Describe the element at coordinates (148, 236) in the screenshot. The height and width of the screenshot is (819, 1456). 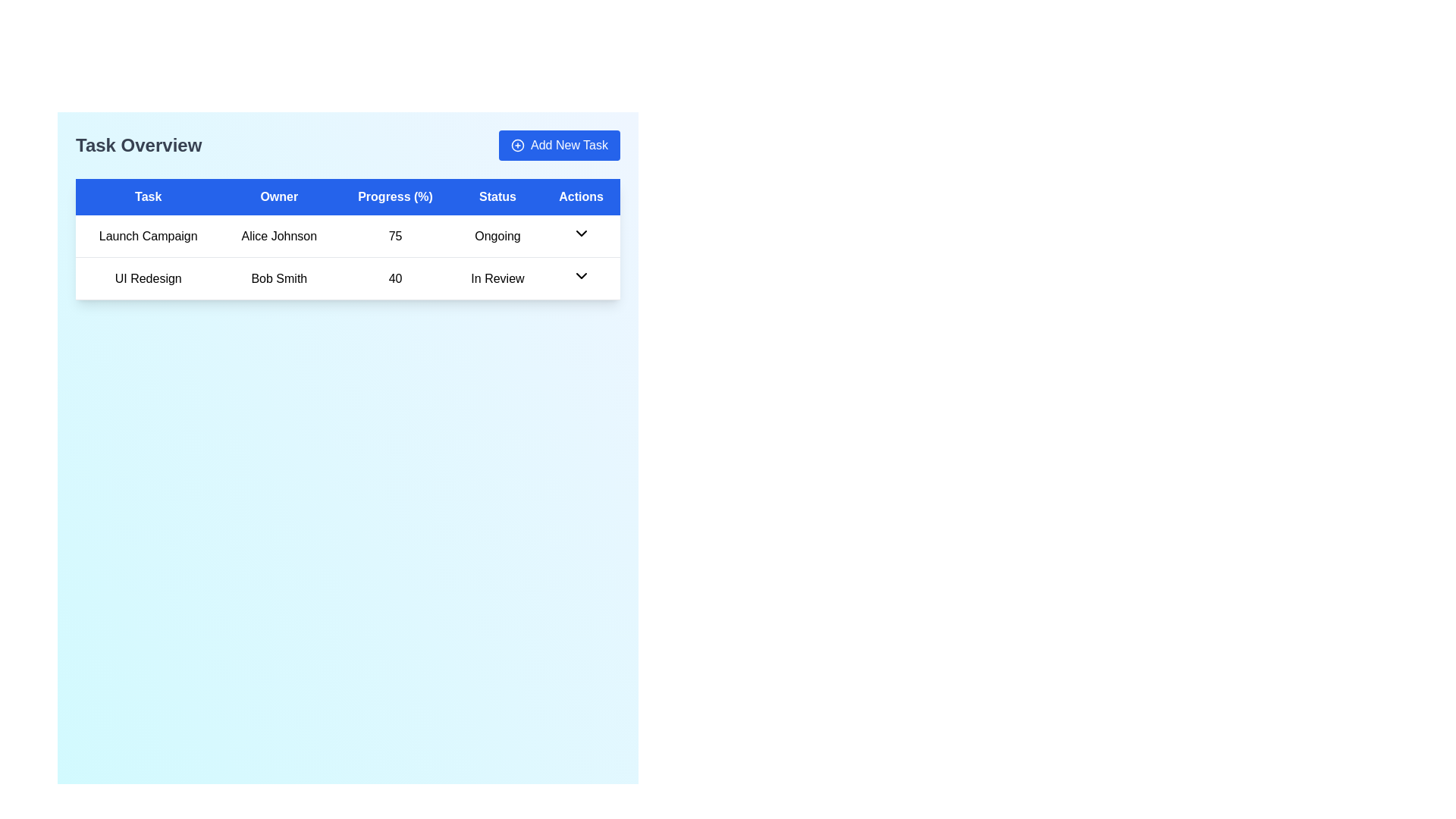
I see `the static text label that reads 'Launch Campaign', which is located in the first column of the first row under the 'Task' header in the 'Task Overview' table` at that location.